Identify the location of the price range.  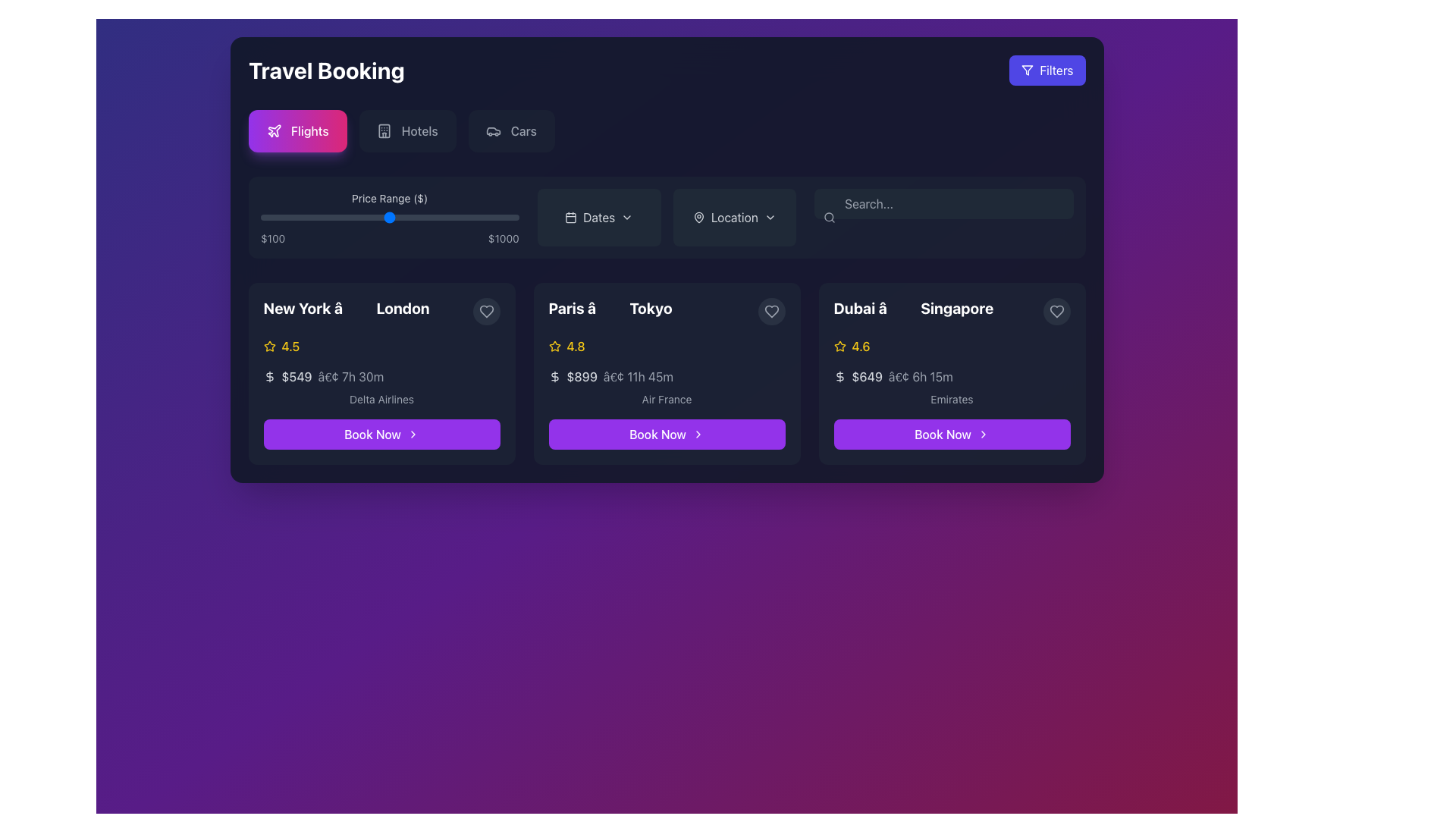
(448, 217).